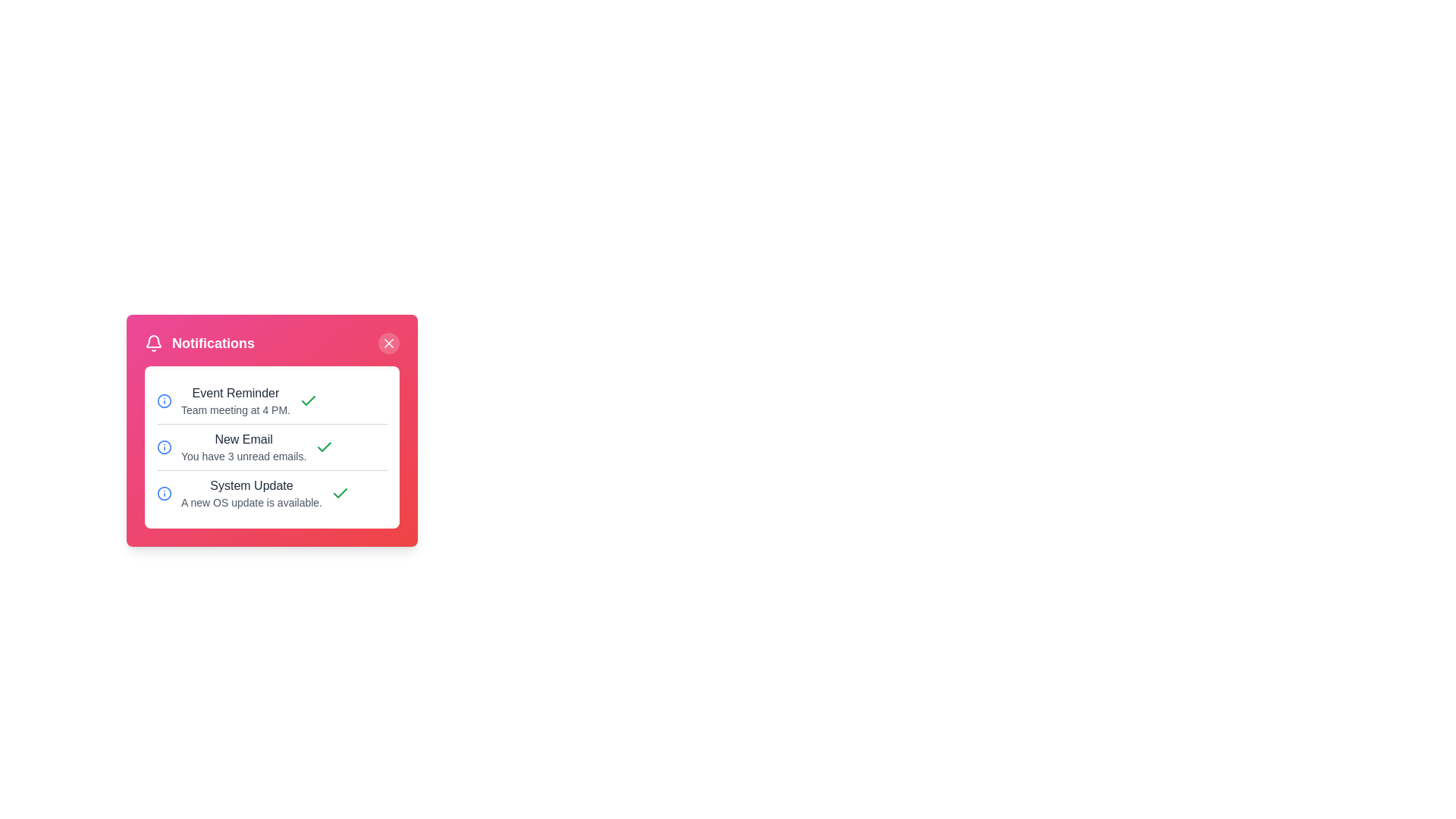 The image size is (1456, 819). Describe the element at coordinates (164, 494) in the screenshot. I see `the information icon within the 'System Update' notification` at that location.